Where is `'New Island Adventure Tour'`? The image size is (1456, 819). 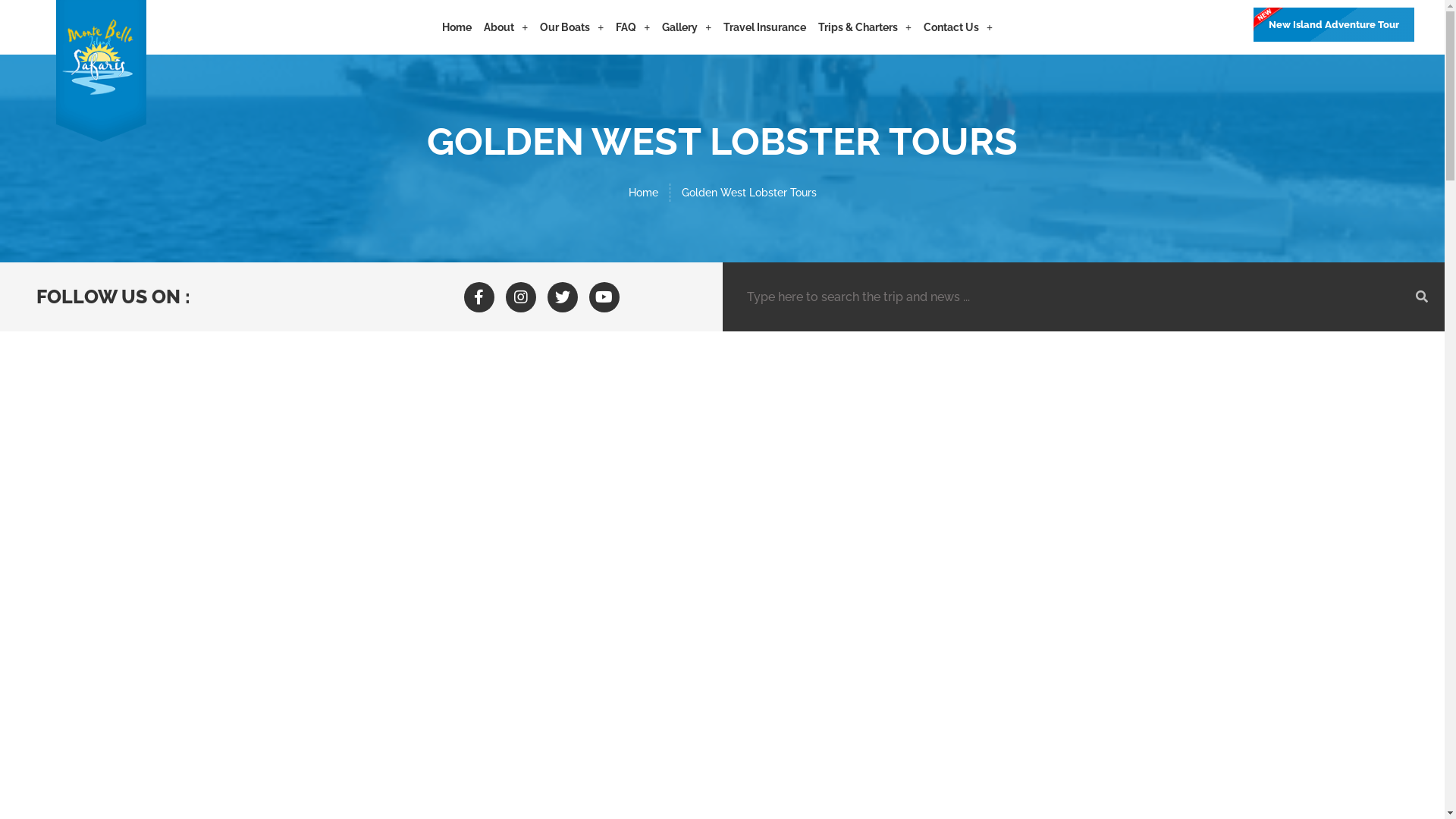
'New Island Adventure Tour' is located at coordinates (1332, 24).